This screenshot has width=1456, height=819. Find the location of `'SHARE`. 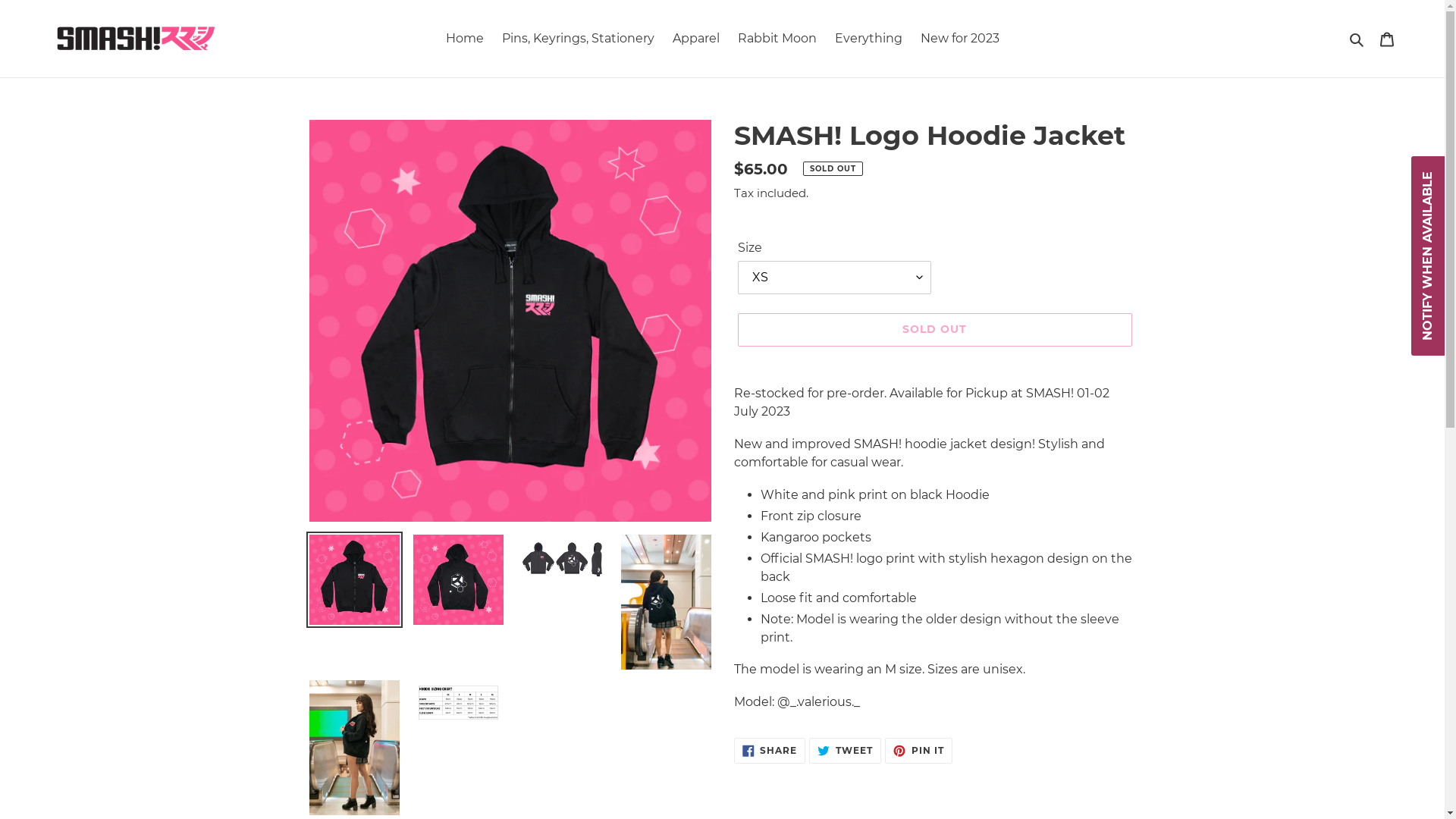

'SHARE is located at coordinates (770, 751).